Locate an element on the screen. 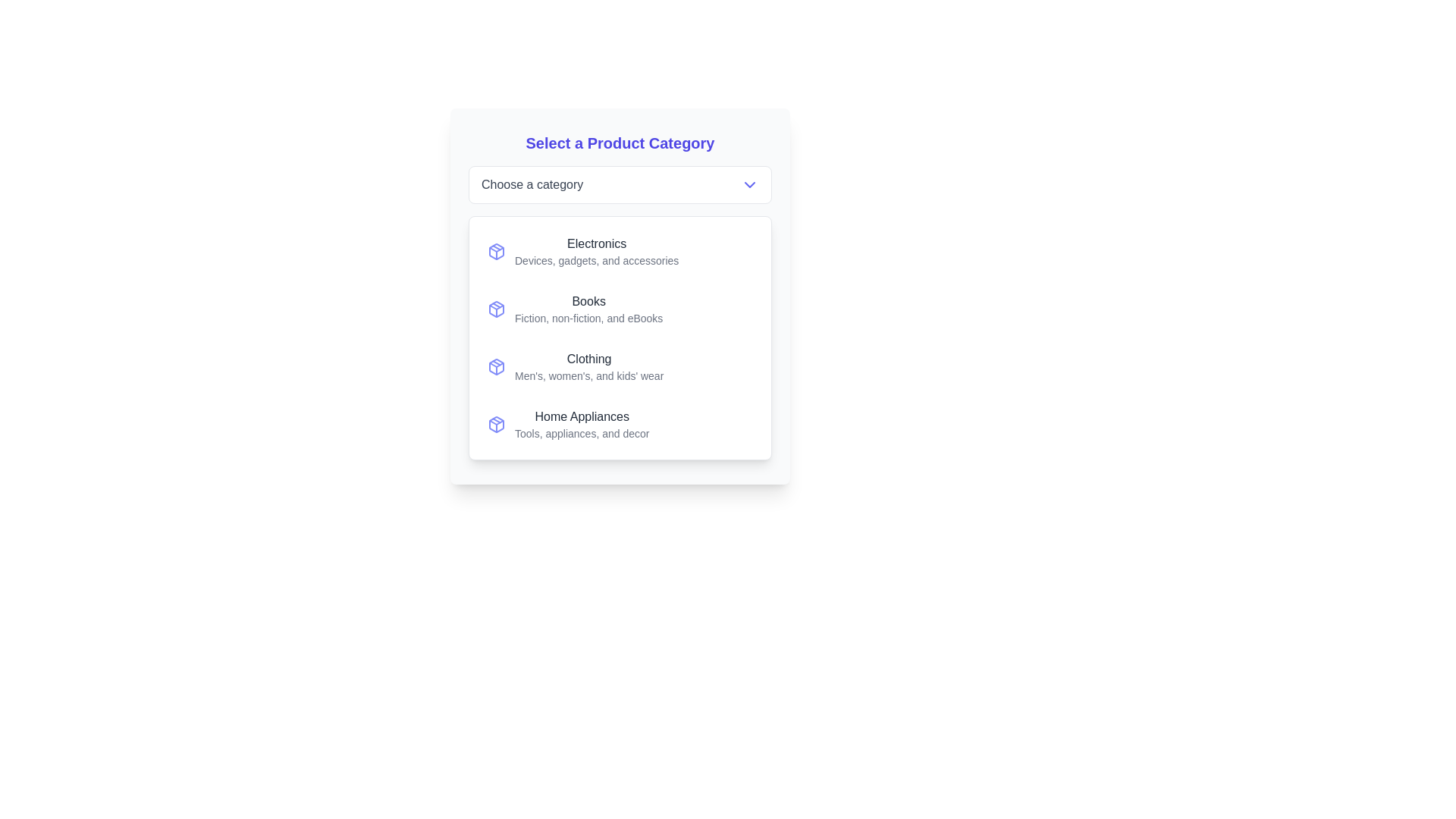 The height and width of the screenshot is (819, 1456). the centrally aligned text label that prompts users to select a category from a dropdown menu is located at coordinates (532, 184).